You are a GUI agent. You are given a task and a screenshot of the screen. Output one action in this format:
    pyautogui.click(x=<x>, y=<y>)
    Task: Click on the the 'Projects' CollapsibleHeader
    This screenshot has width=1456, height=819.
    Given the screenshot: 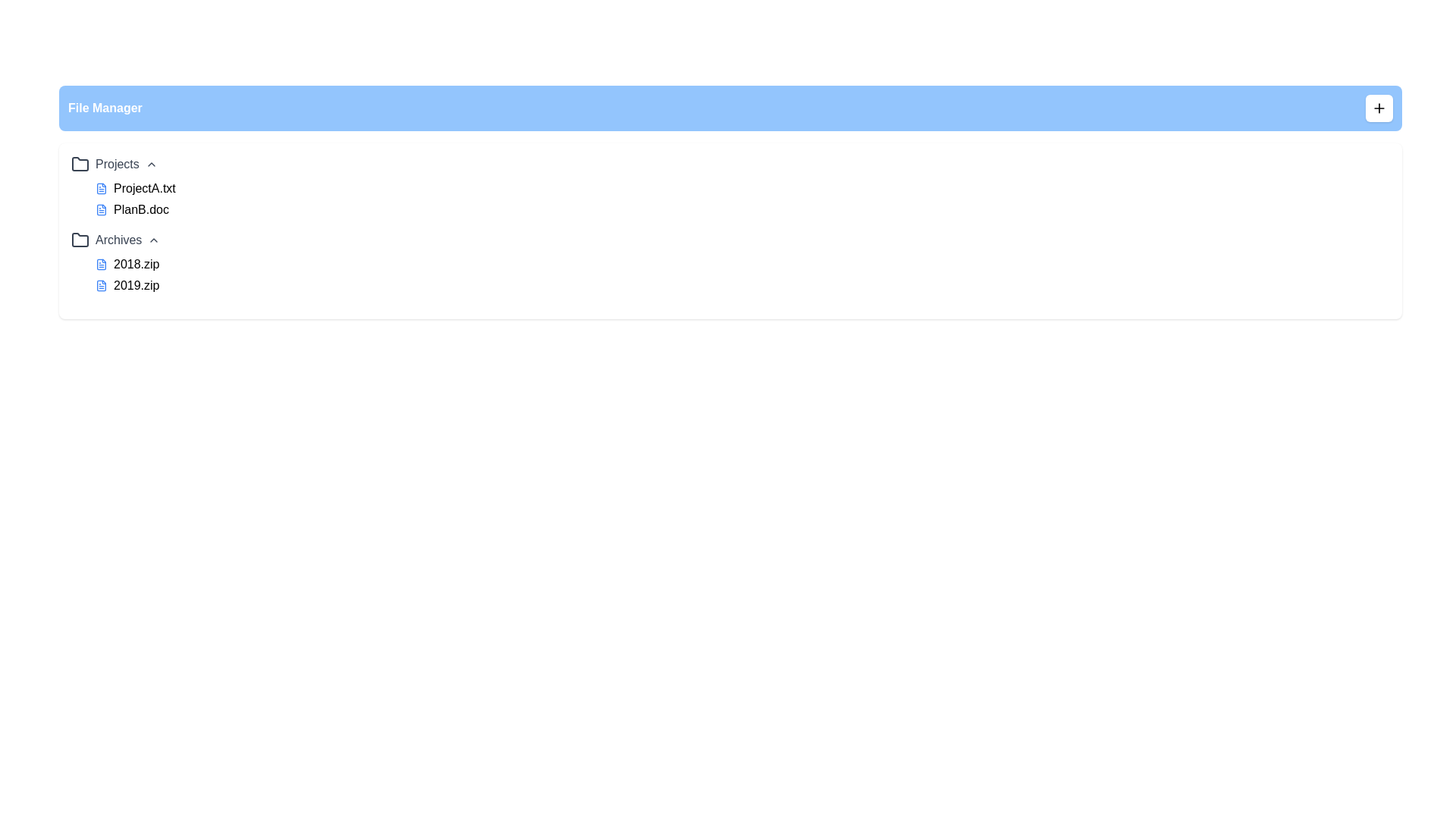 What is the action you would take?
    pyautogui.click(x=113, y=164)
    